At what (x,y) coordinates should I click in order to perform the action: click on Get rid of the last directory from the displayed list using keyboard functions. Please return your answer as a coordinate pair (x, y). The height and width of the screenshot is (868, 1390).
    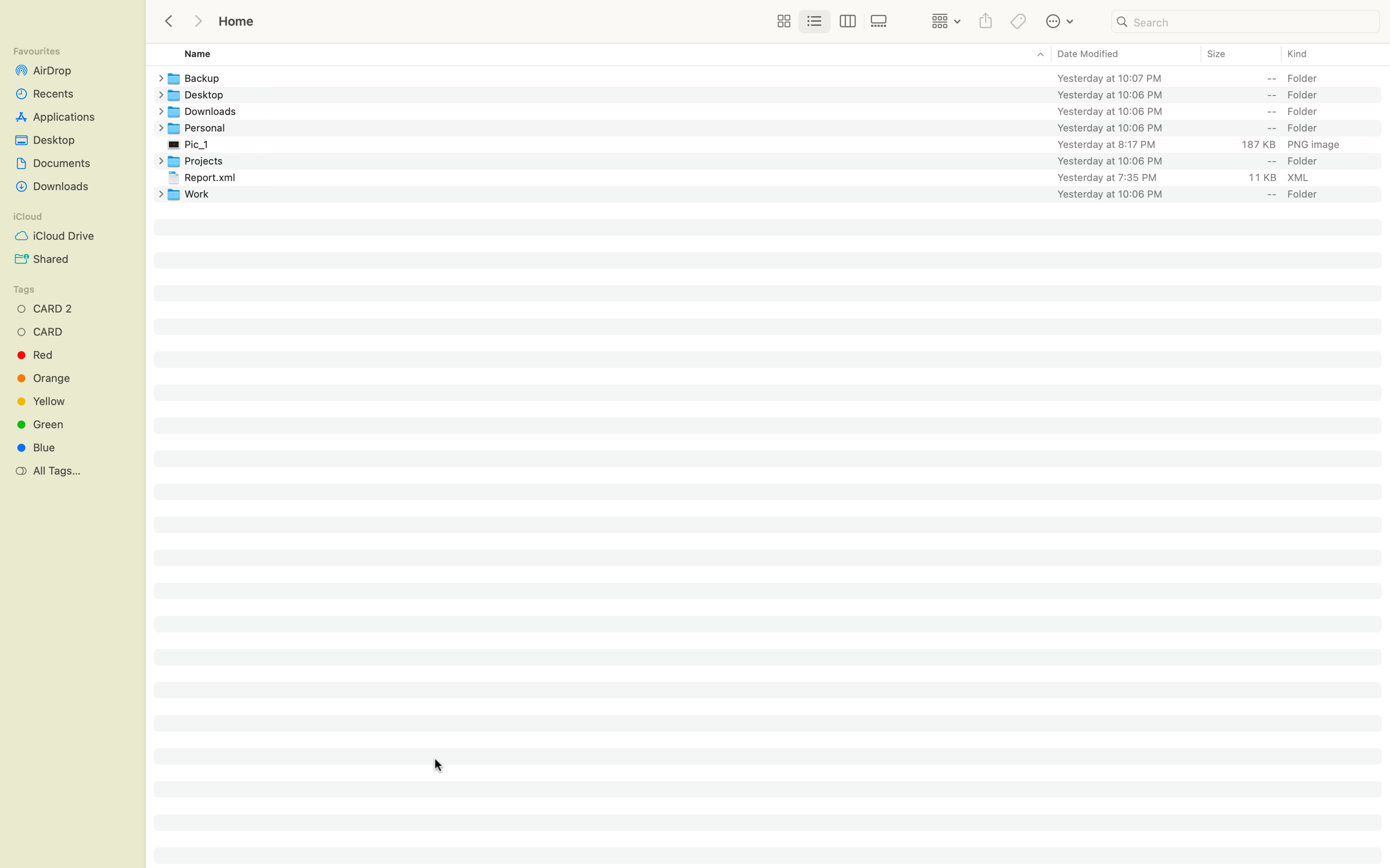
    Looking at the image, I should click on (777, 193).